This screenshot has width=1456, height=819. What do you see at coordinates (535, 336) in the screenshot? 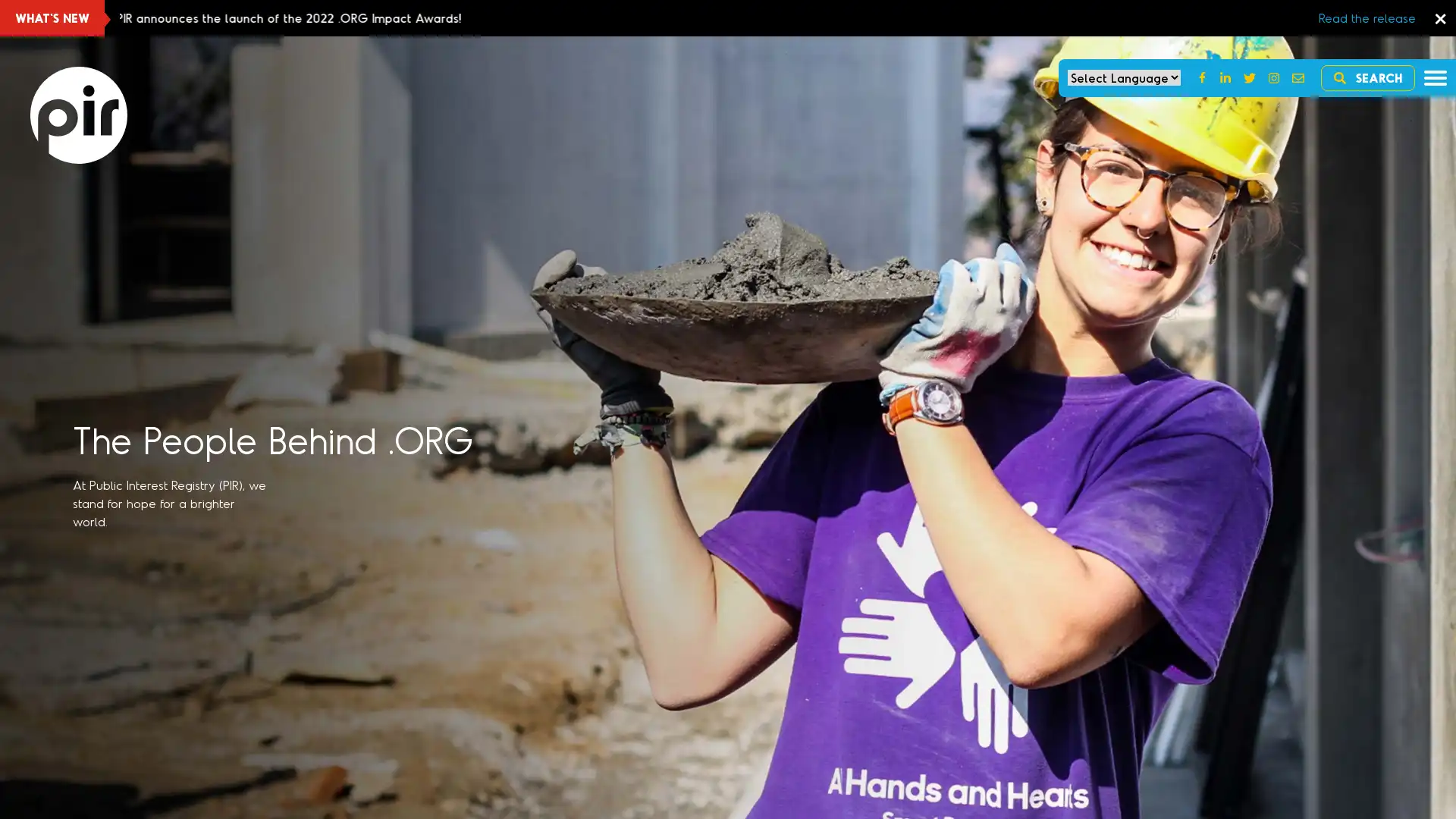
I see `Submit .ORG domain search` at bounding box center [535, 336].